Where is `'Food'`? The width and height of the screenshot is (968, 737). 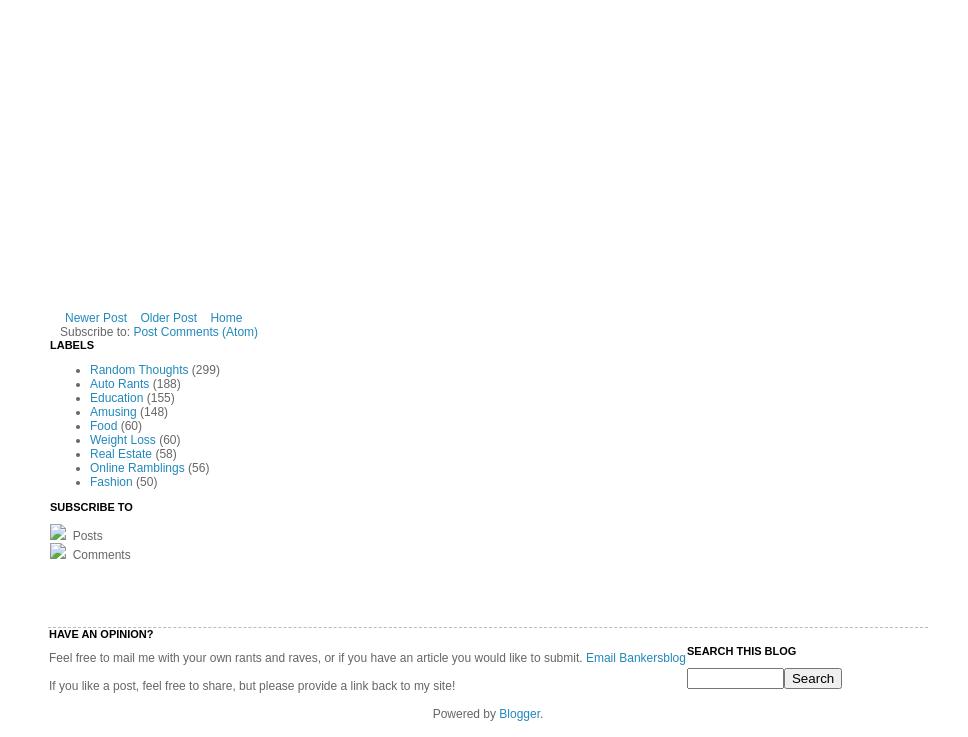 'Food' is located at coordinates (103, 424).